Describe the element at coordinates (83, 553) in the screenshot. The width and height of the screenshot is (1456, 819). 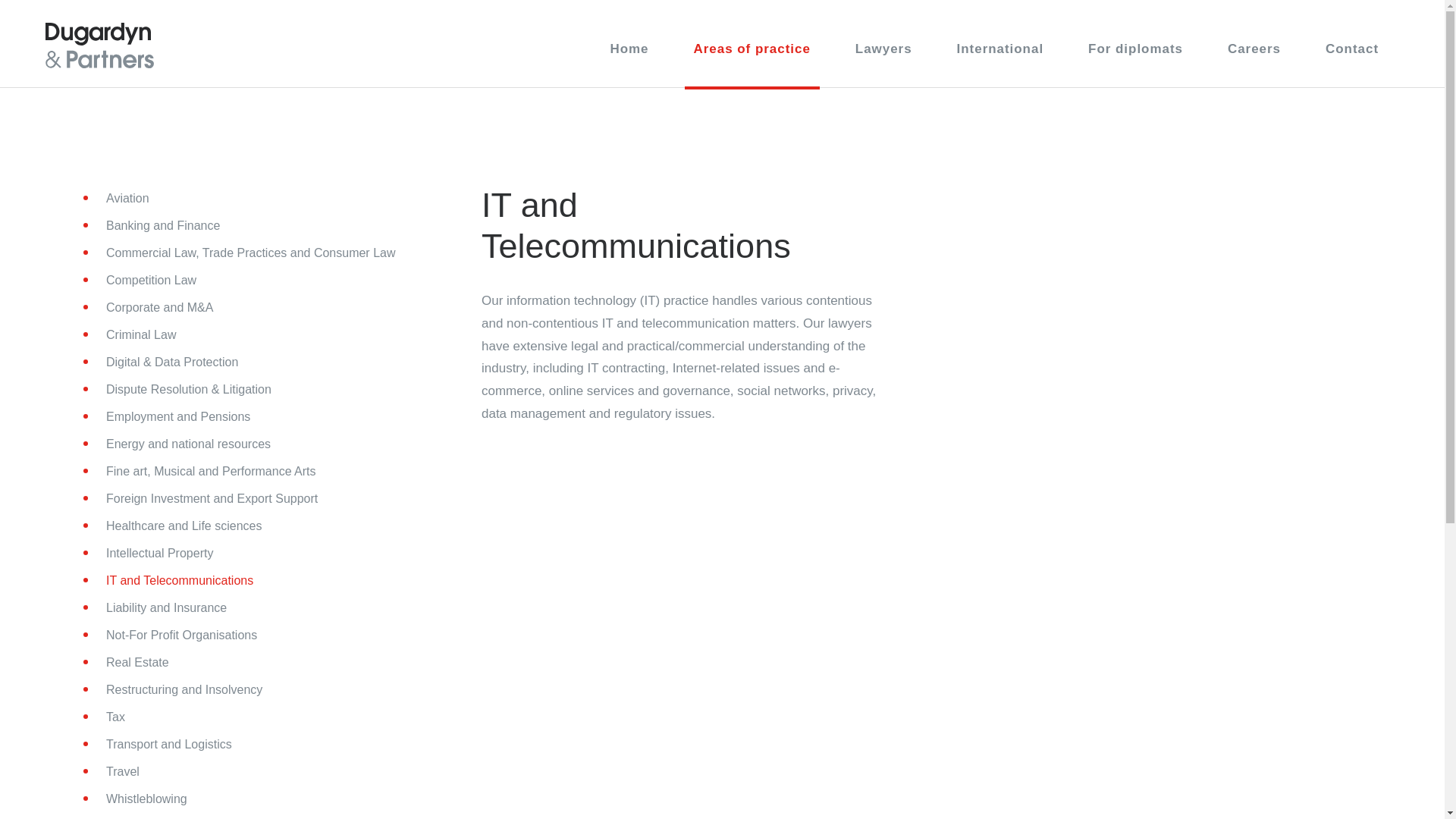
I see `'Intellectual Property'` at that location.